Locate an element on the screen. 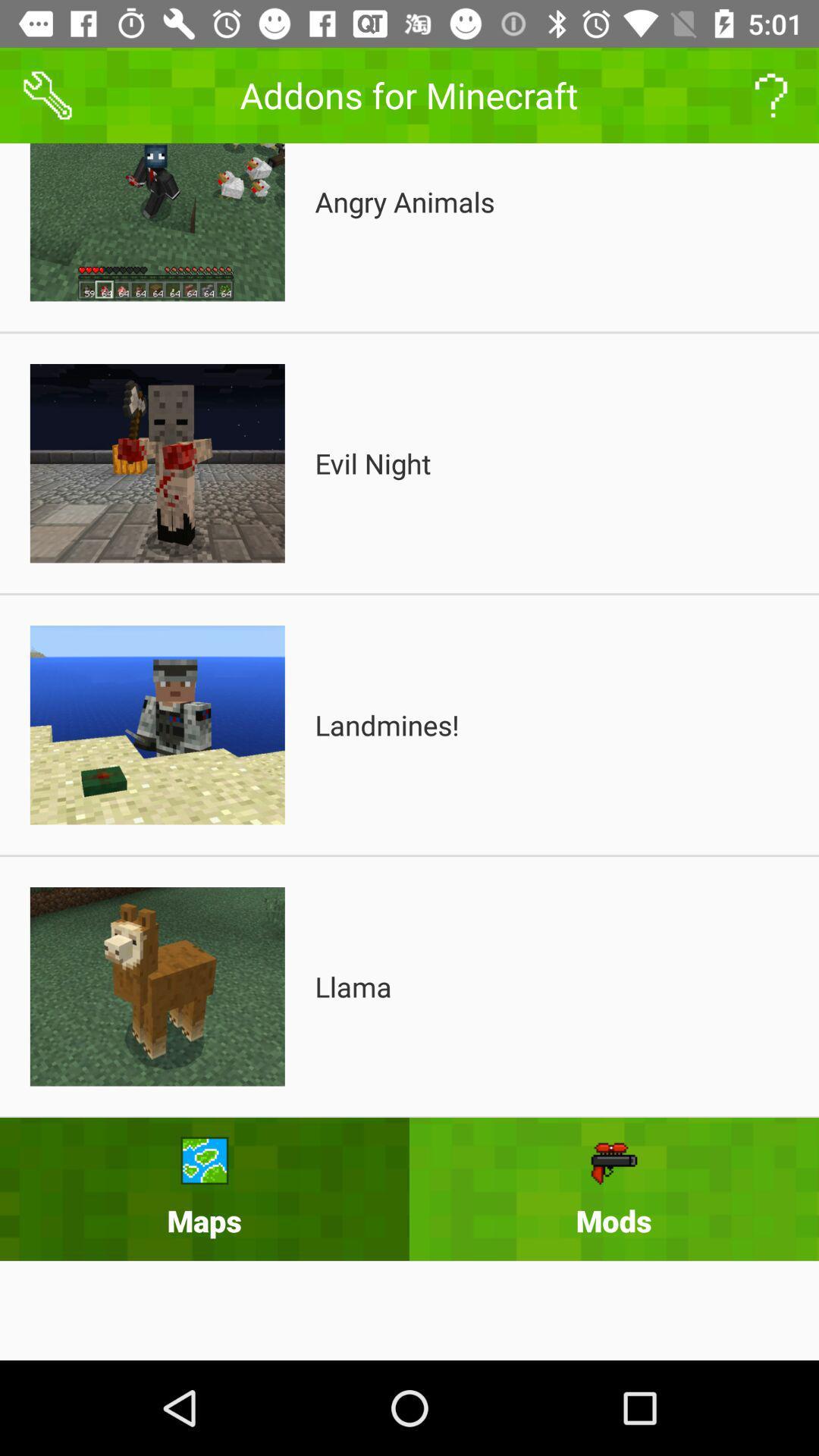  landmines! is located at coordinates (386, 724).